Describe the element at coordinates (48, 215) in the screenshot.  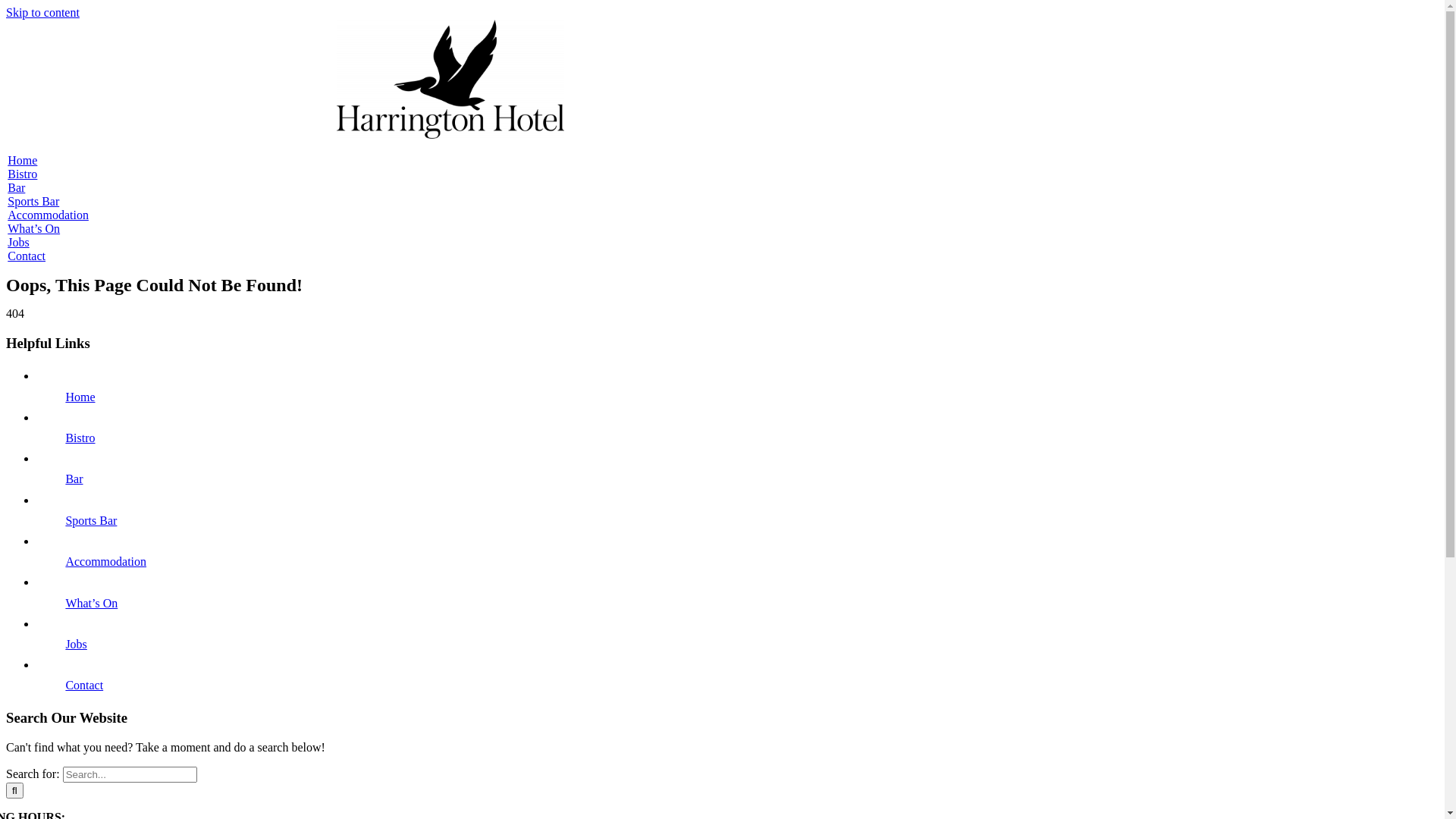
I see `'Accommodation'` at that location.